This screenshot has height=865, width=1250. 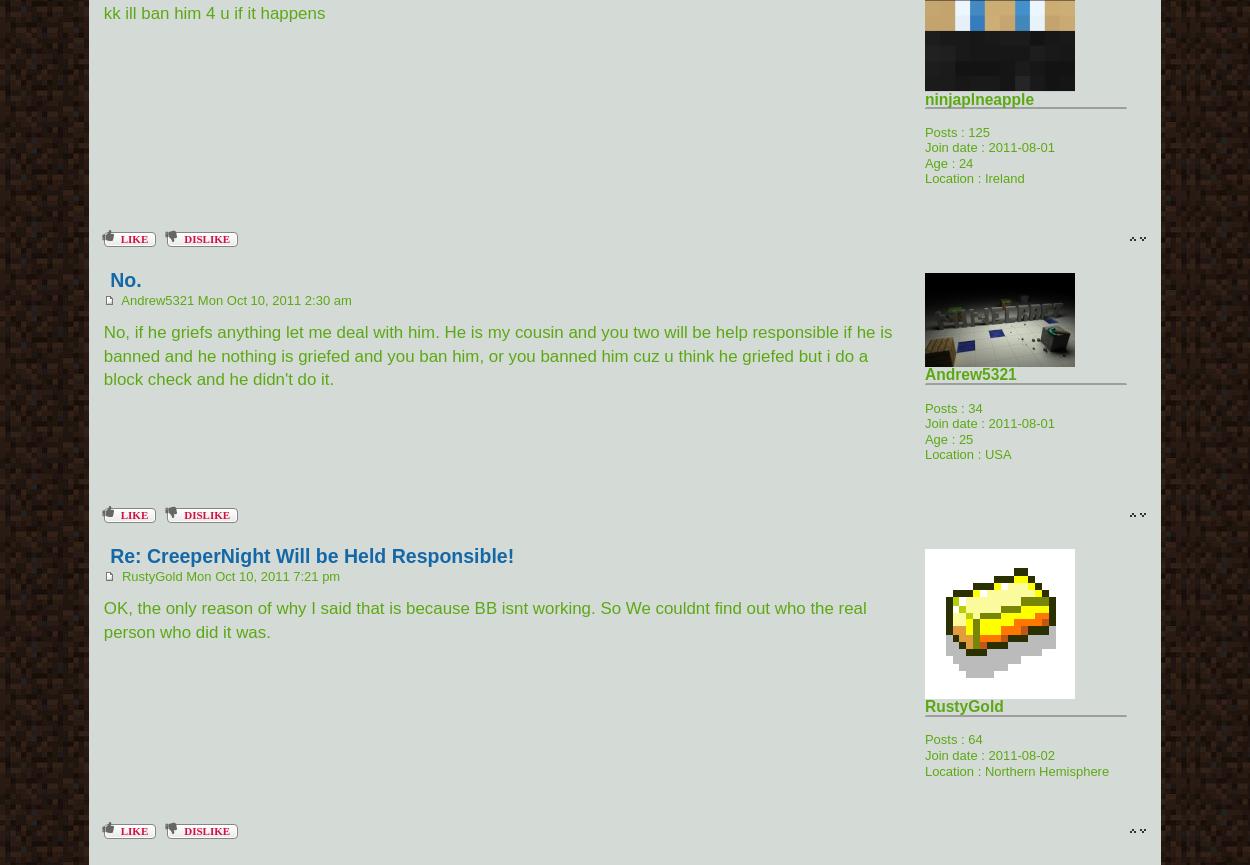 I want to click on 'RustyGold', so click(x=962, y=706).